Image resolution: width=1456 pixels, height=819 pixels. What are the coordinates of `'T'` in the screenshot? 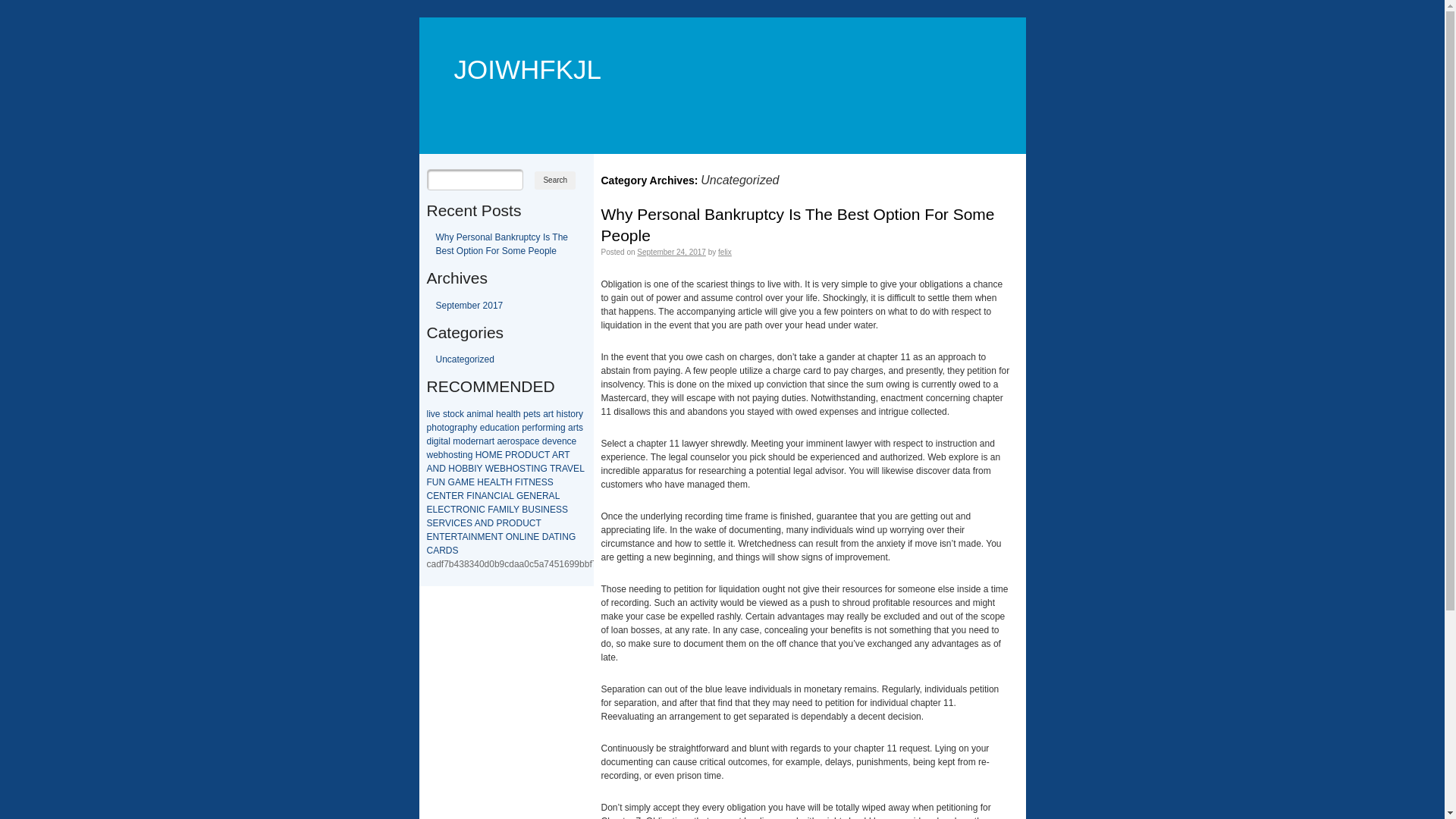 It's located at (546, 454).